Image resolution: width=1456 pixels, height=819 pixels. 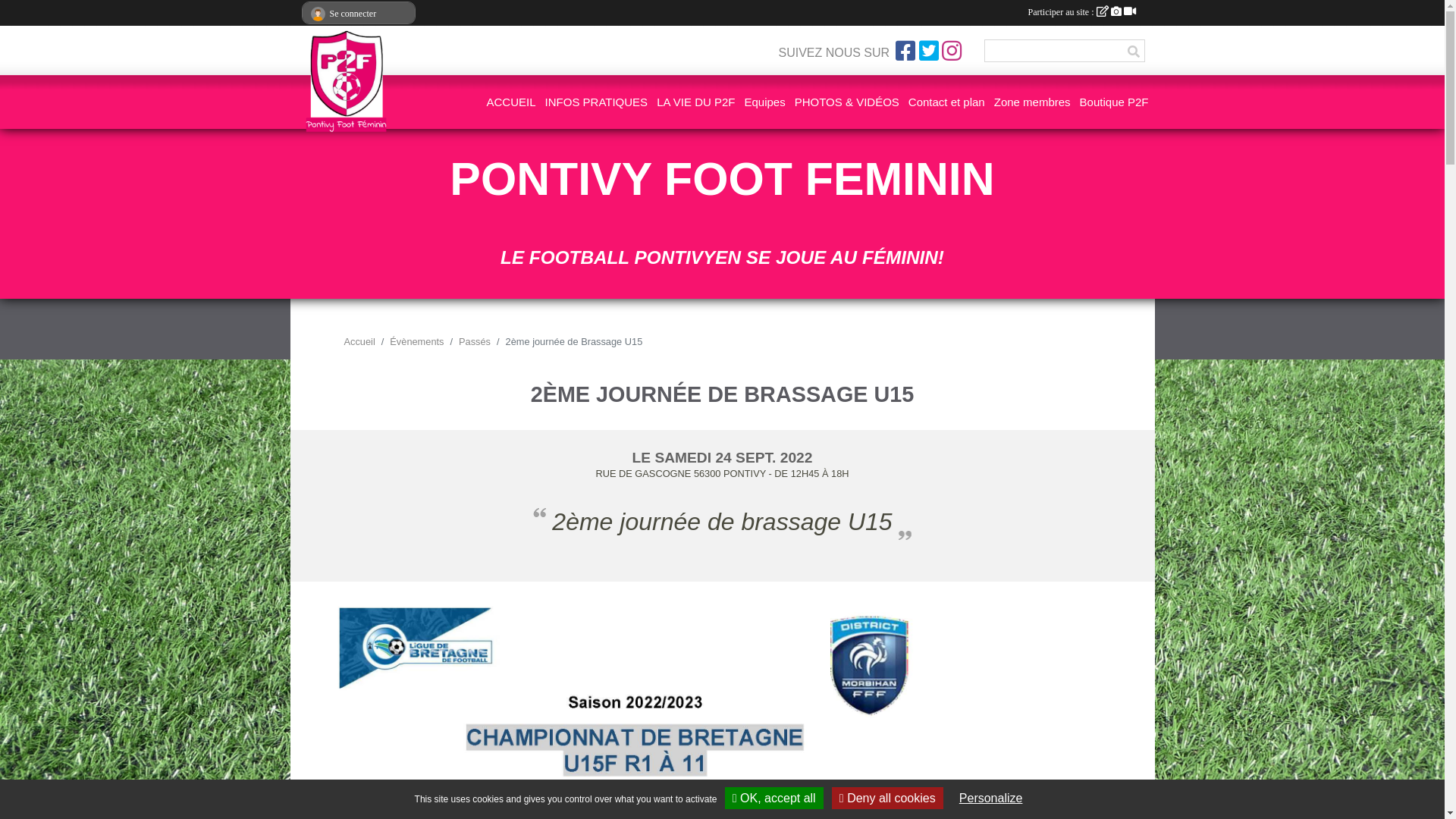 I want to click on 'Personalize', so click(x=990, y=797).